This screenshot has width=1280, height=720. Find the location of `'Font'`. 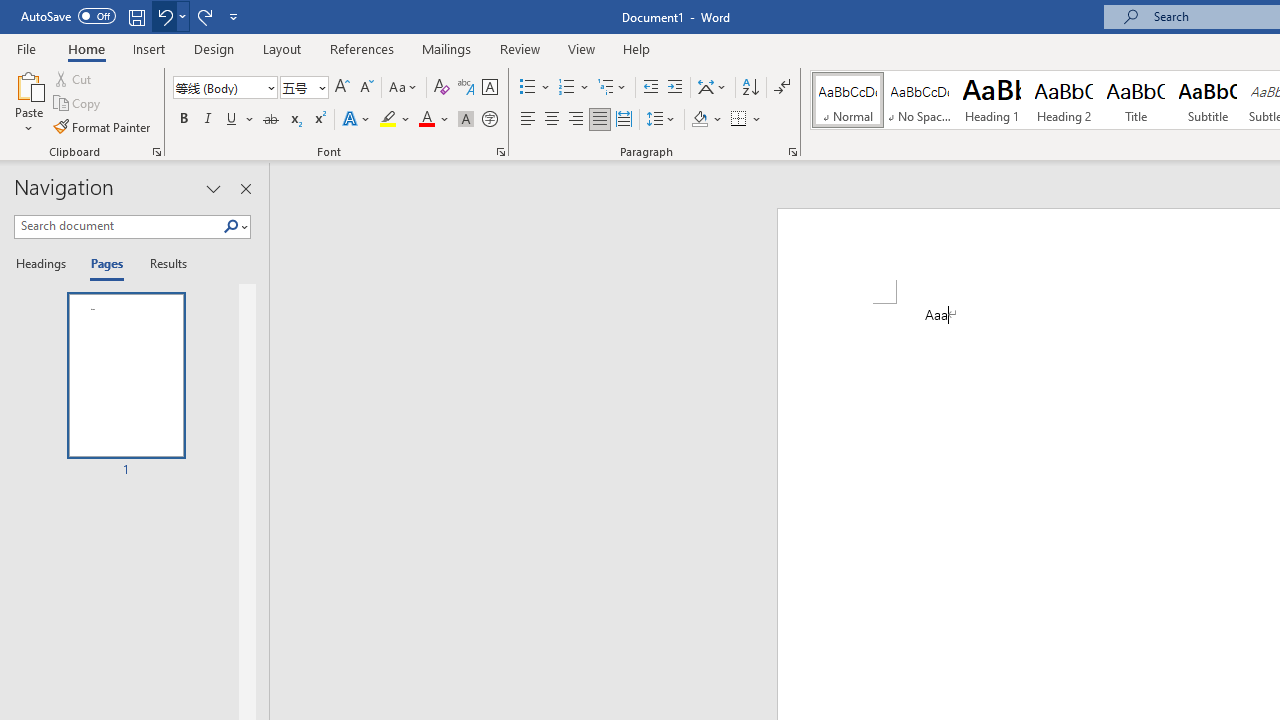

'Font' is located at coordinates (225, 86).